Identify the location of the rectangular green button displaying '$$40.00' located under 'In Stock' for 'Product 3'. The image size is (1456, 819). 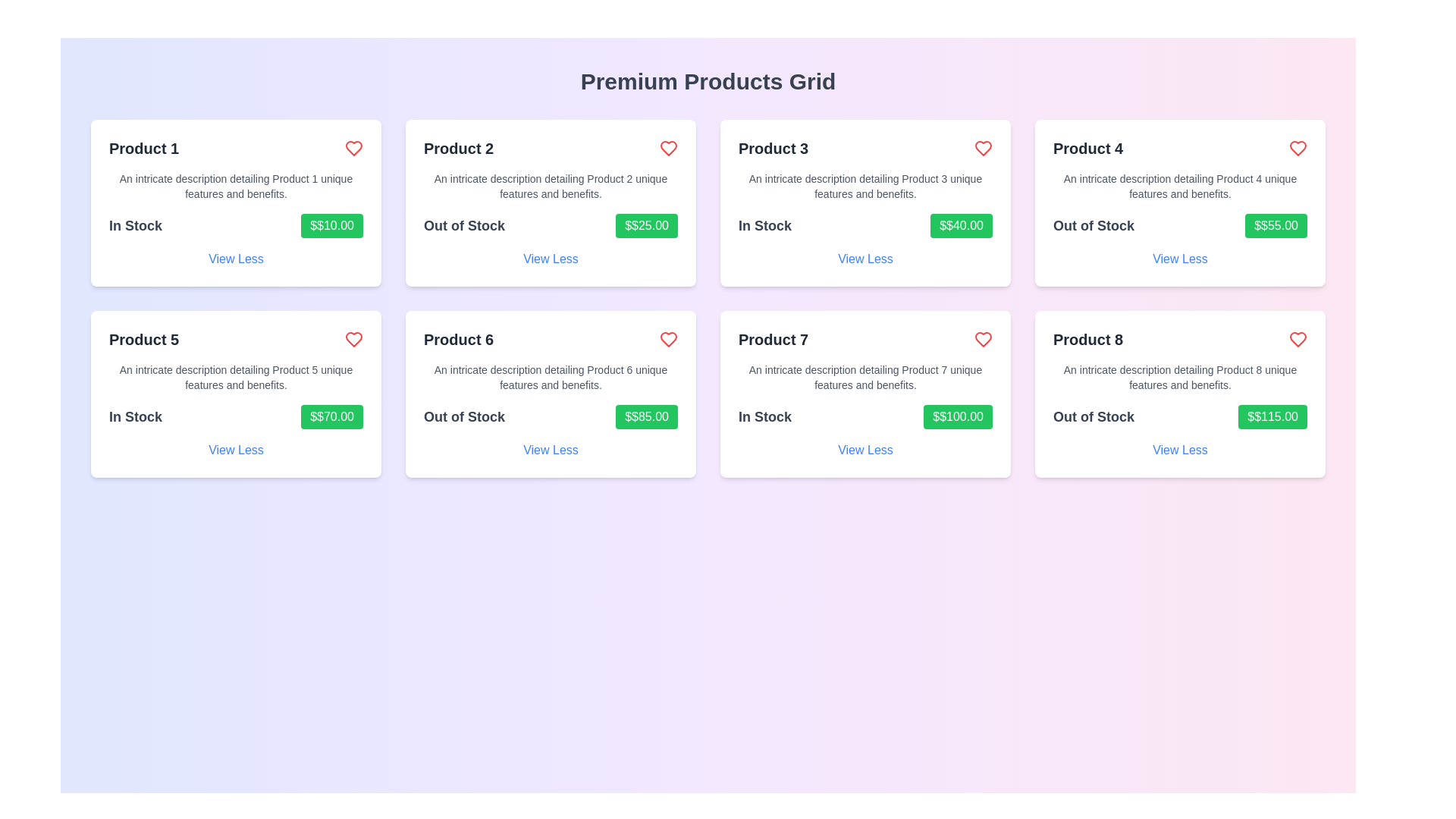
(961, 225).